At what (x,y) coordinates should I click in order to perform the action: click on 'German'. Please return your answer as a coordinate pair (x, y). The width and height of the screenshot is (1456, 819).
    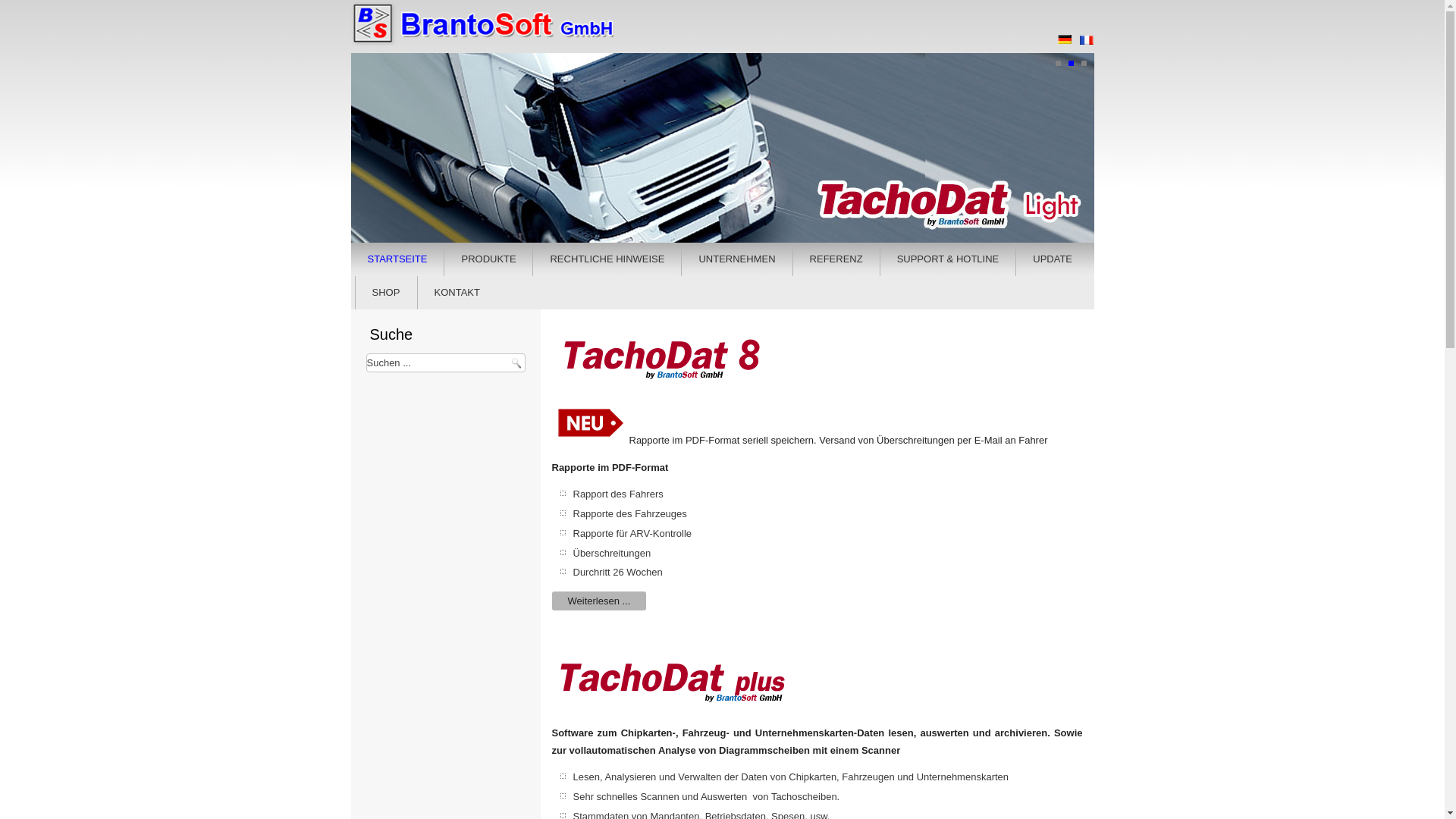
    Looking at the image, I should click on (1063, 38).